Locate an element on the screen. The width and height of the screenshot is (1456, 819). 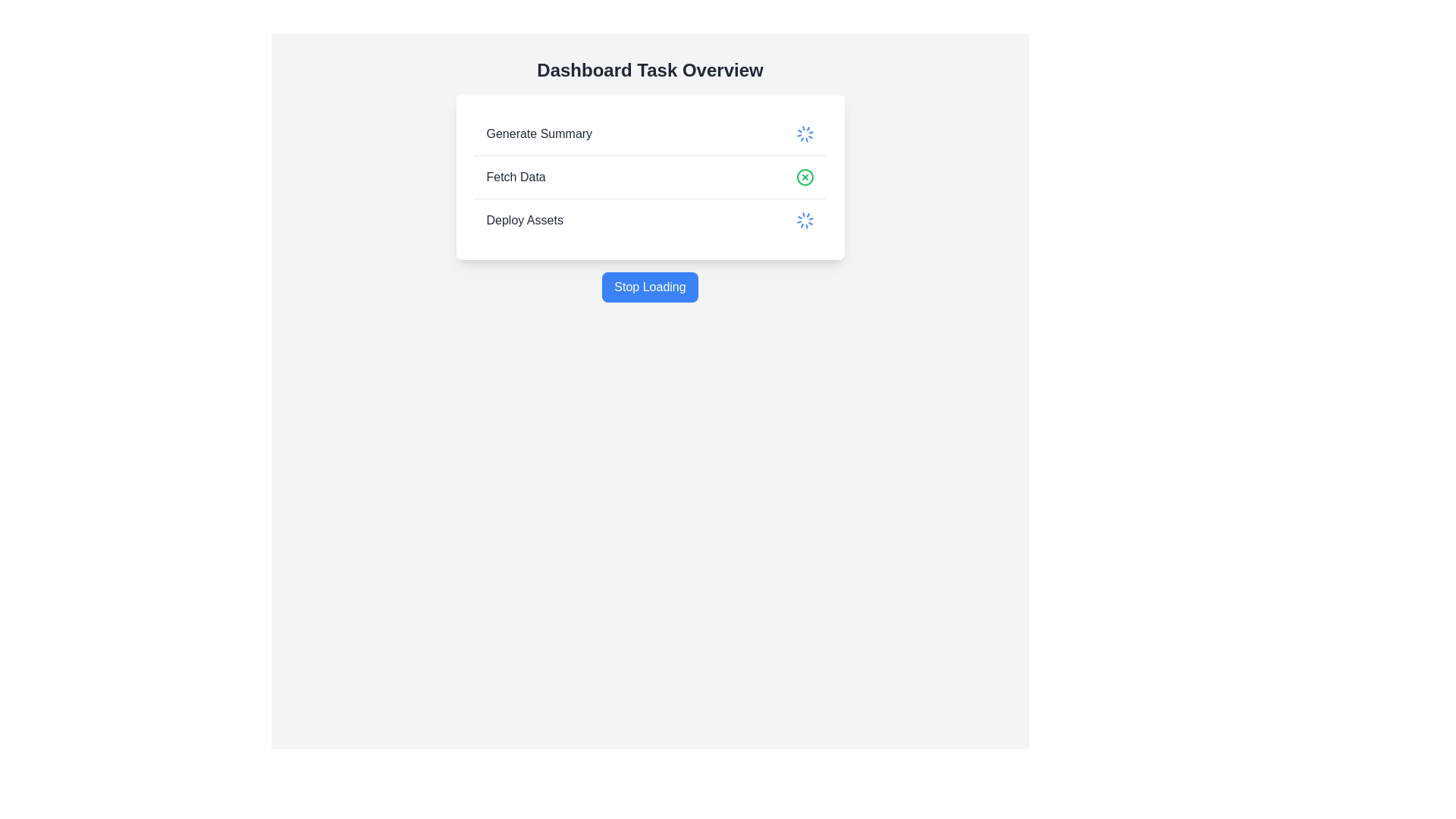
the animation of the circular blue spinner located to the far-right of the 'Deploy Assets' section in the 'Dashboard Task Overview' is located at coordinates (804, 220).